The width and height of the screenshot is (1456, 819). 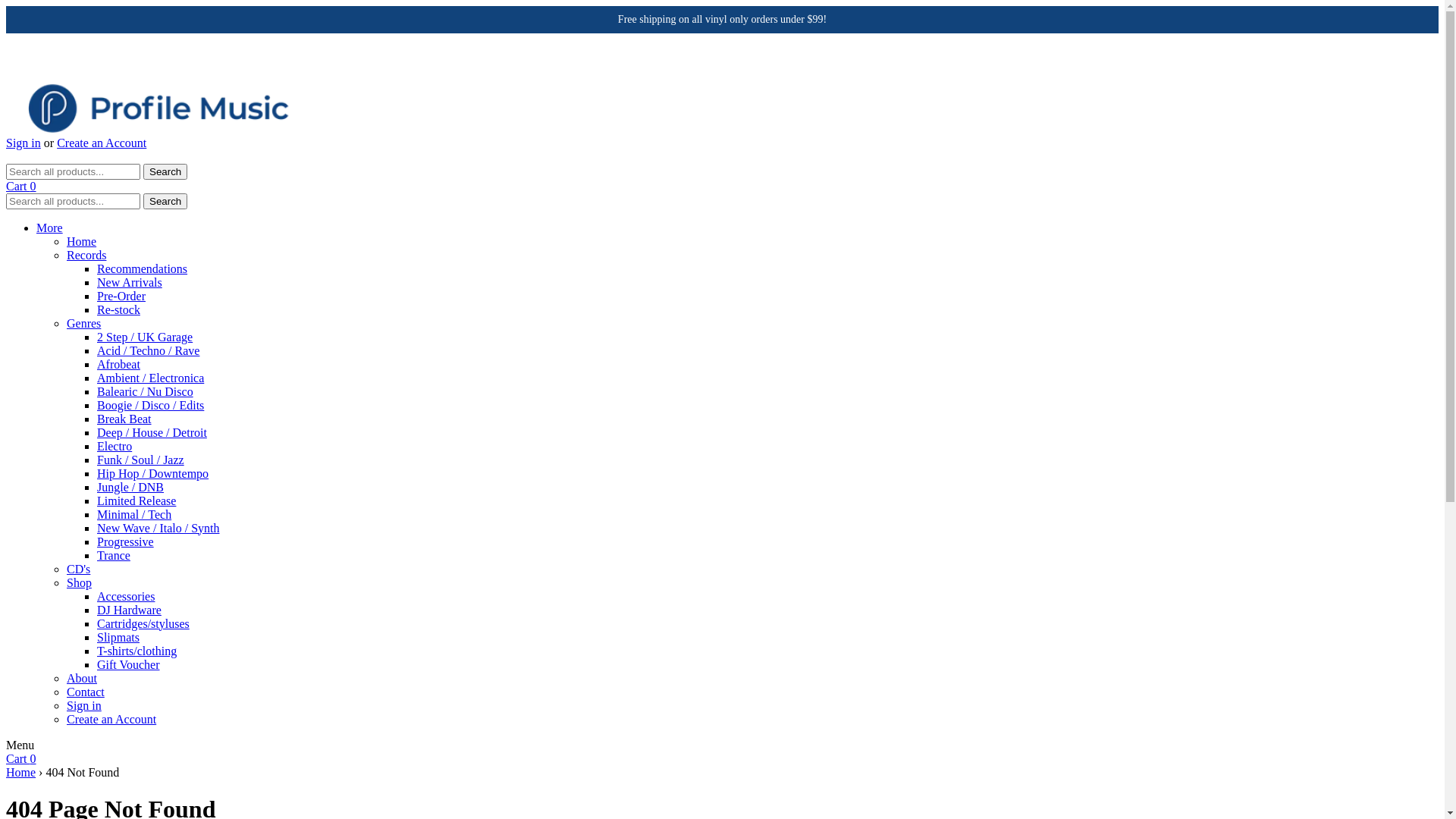 I want to click on 'New Arrivals', so click(x=130, y=282).